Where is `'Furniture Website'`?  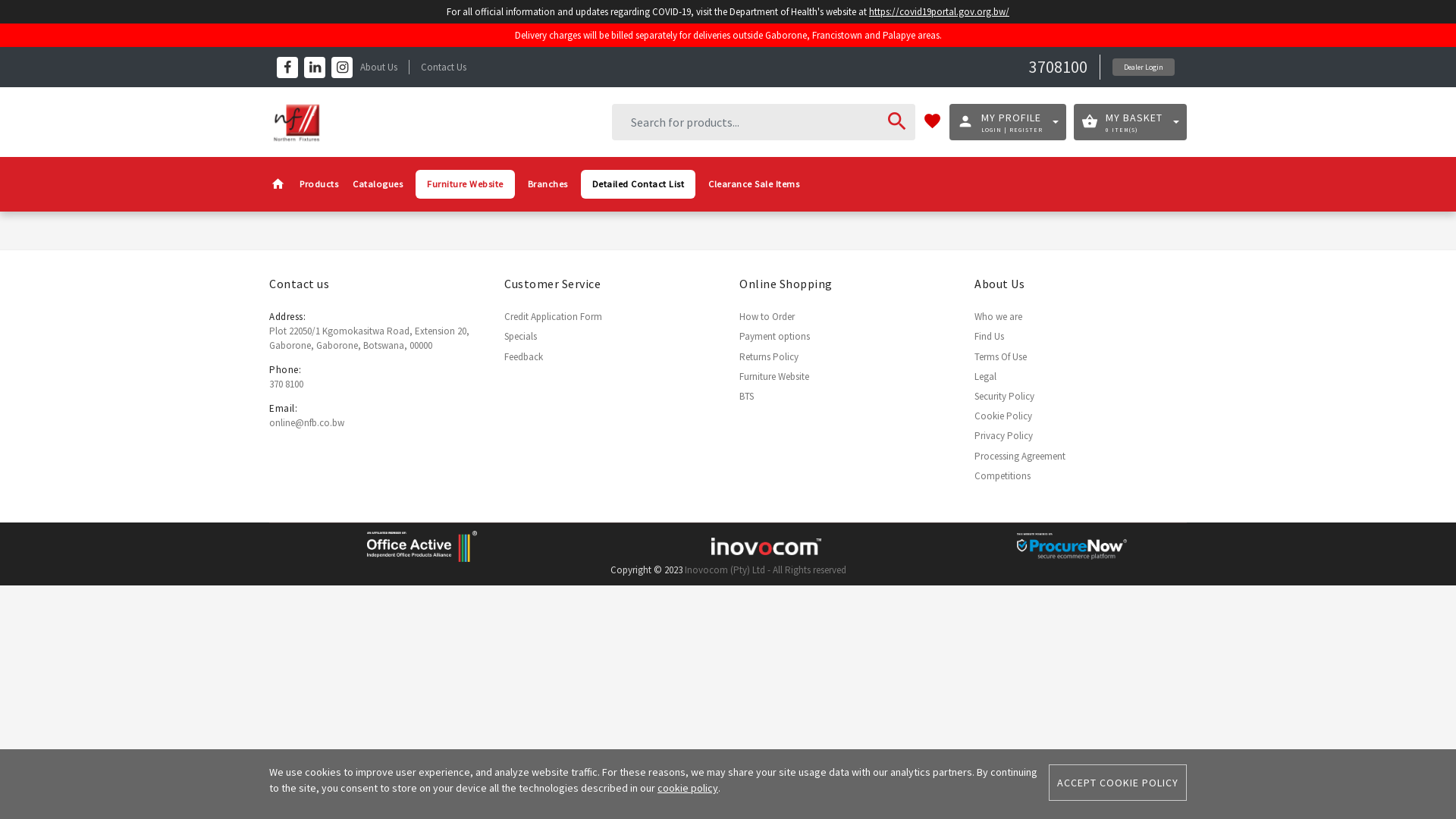 'Furniture Website' is located at coordinates (739, 375).